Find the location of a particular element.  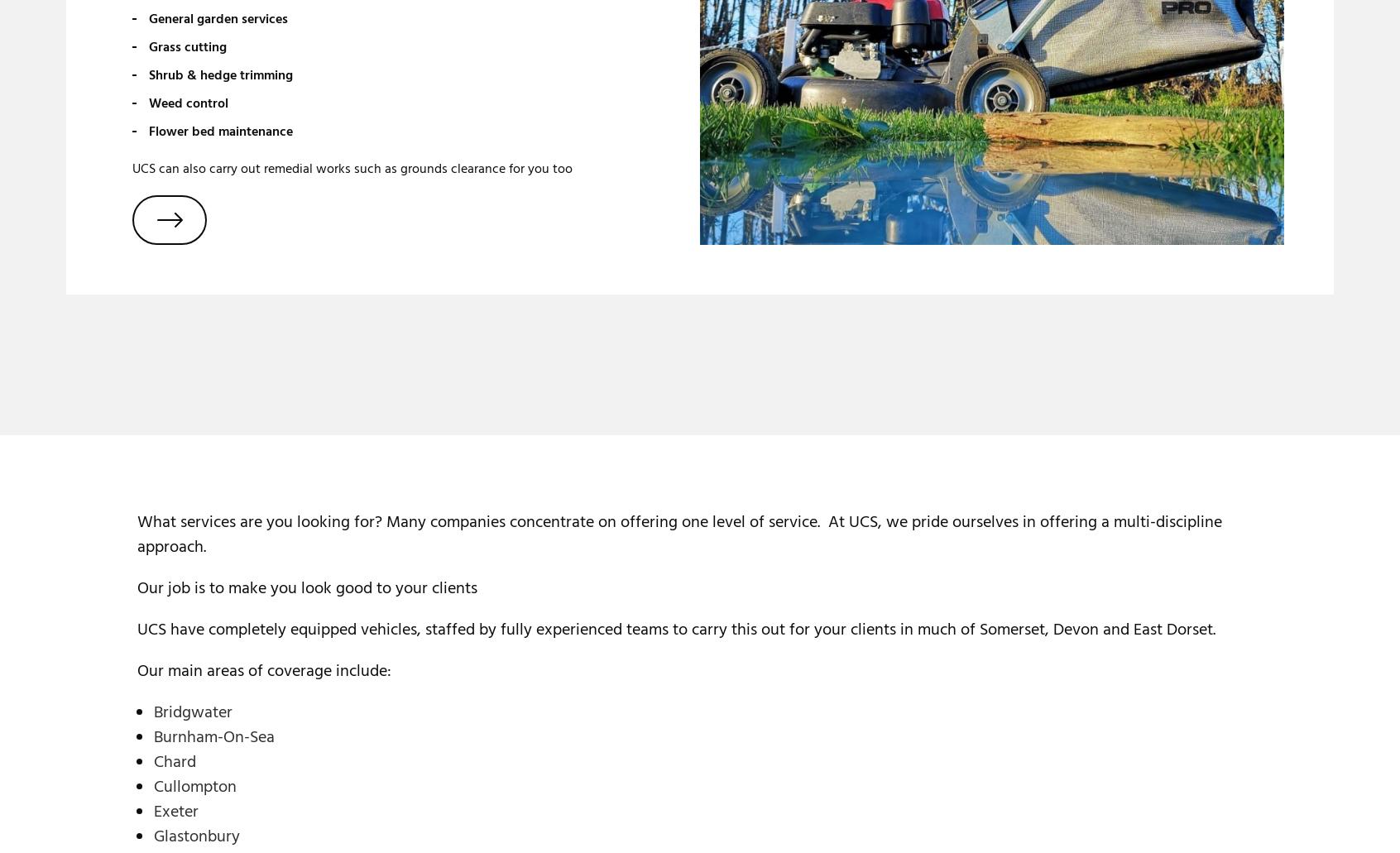

'Flower bed maintenance' is located at coordinates (220, 130).